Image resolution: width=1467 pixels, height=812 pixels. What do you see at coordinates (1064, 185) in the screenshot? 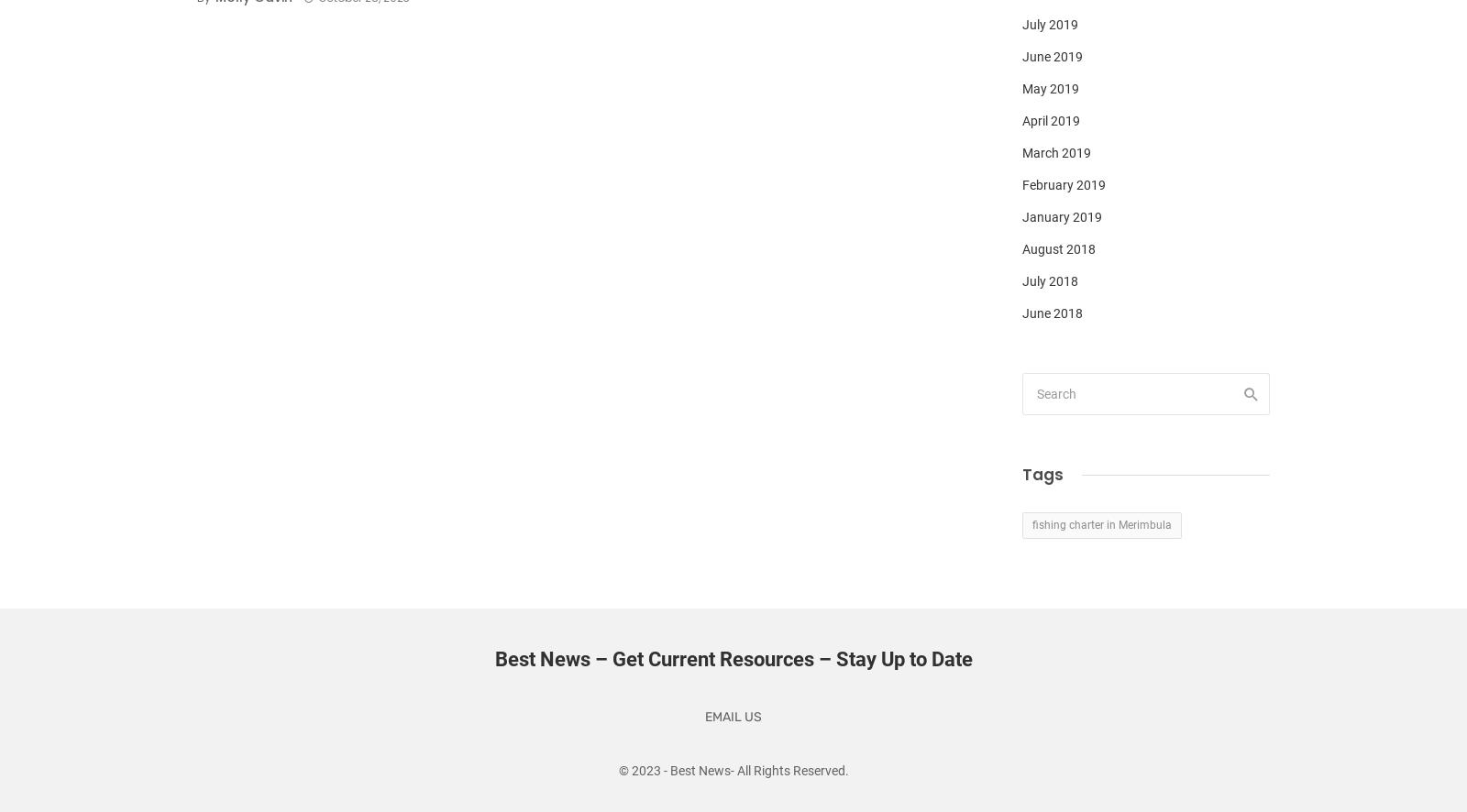
I see `'February 2019'` at bounding box center [1064, 185].